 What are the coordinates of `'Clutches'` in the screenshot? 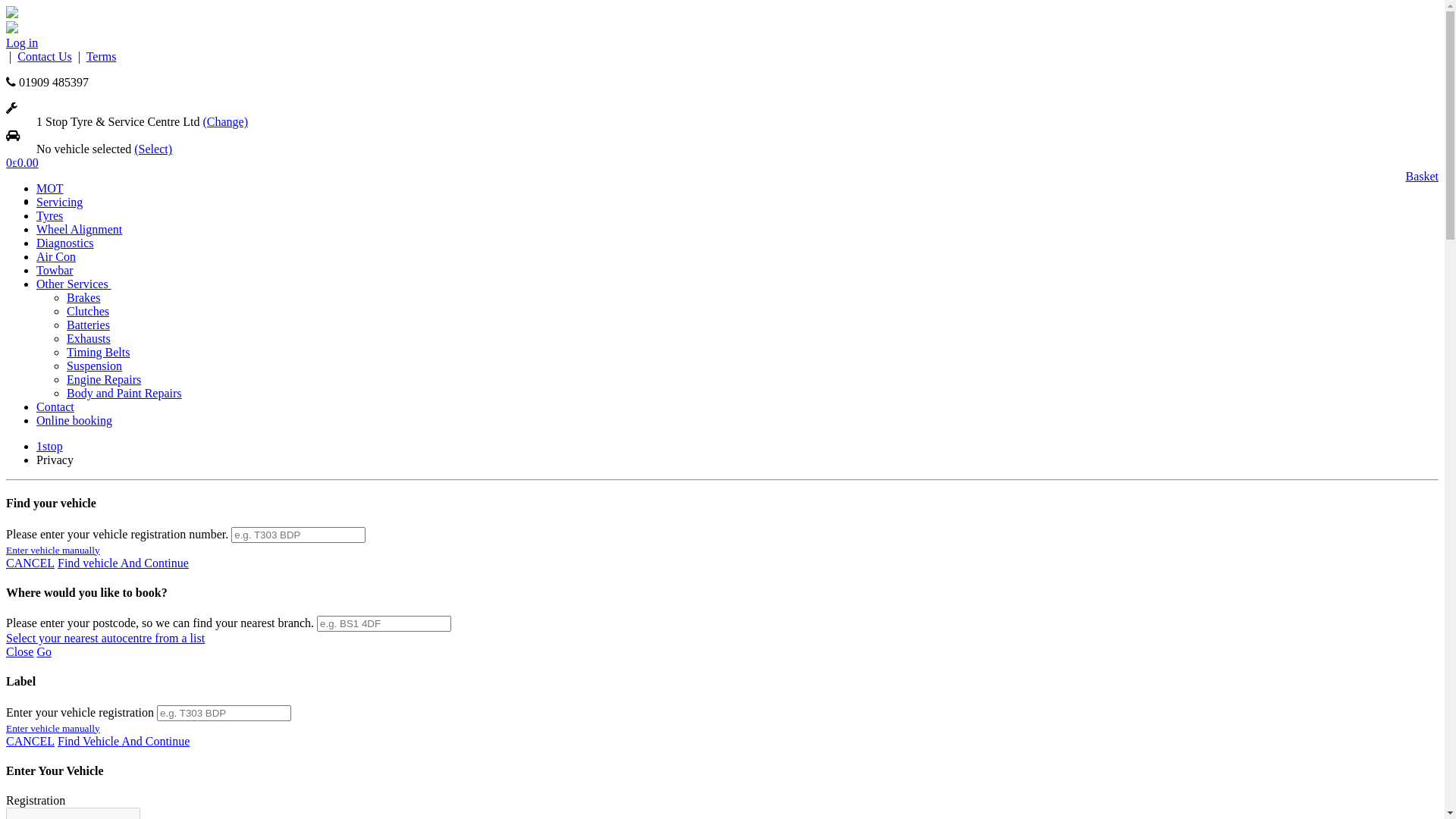 It's located at (86, 310).